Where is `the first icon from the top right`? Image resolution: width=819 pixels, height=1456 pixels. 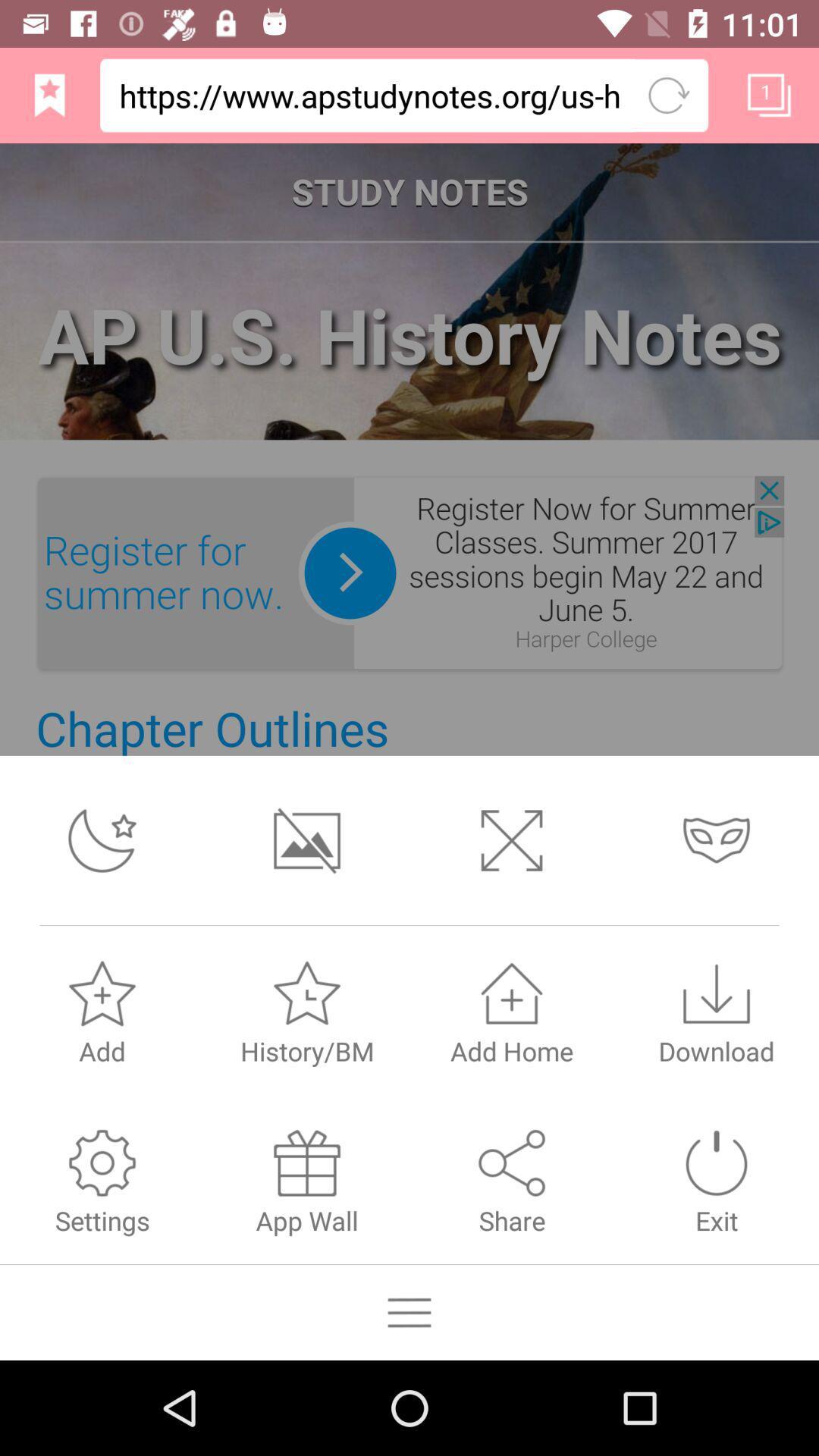
the first icon from the top right is located at coordinates (769, 94).